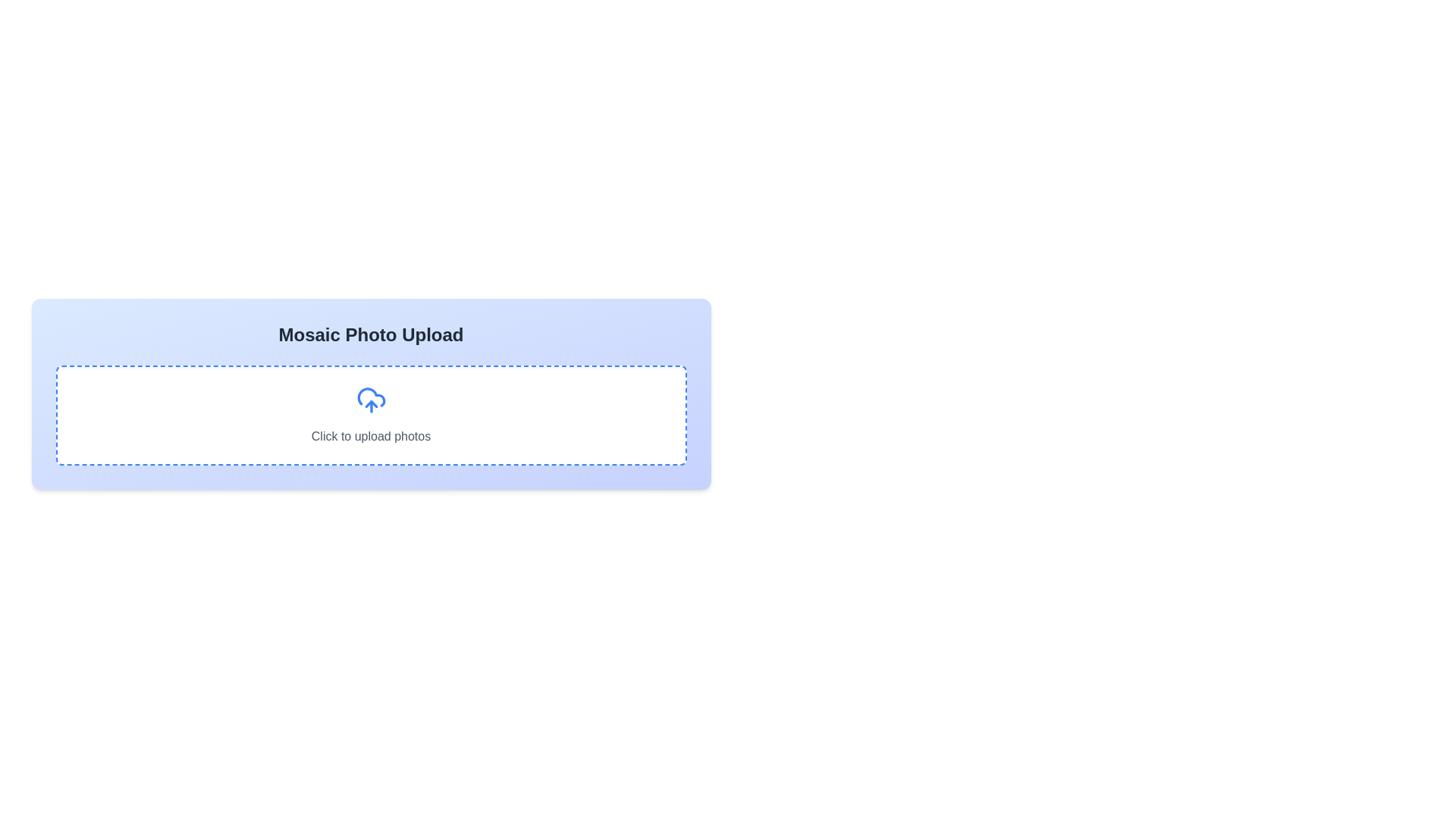 Image resolution: width=1456 pixels, height=819 pixels. What do you see at coordinates (371, 397) in the screenshot?
I see `the cloud outline element of the cloud-with-arrow icon, which is styled with blue coloring and is the first curve forming the cloud's outline within the upload area` at bounding box center [371, 397].